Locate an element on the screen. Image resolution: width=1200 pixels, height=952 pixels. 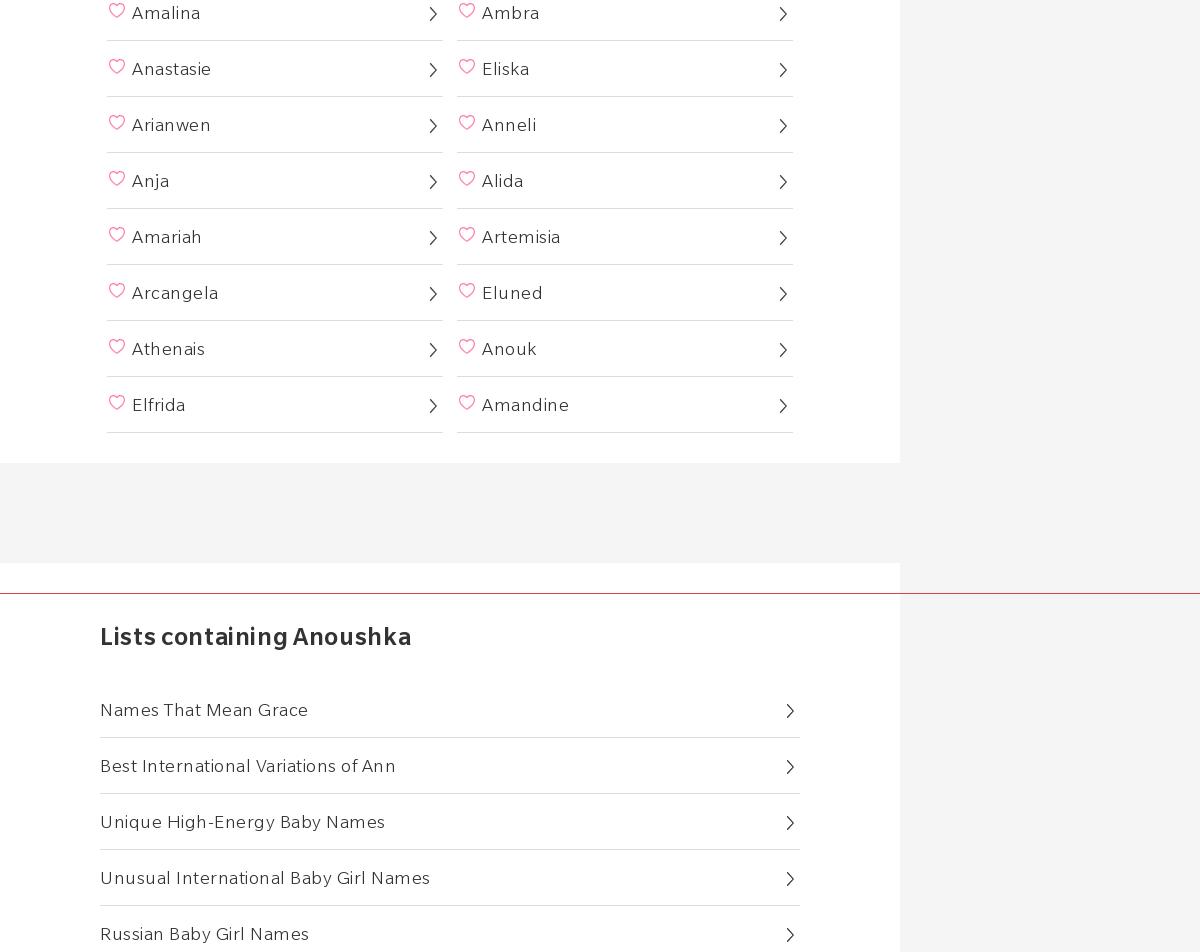
'Arcangela' is located at coordinates (173, 292).